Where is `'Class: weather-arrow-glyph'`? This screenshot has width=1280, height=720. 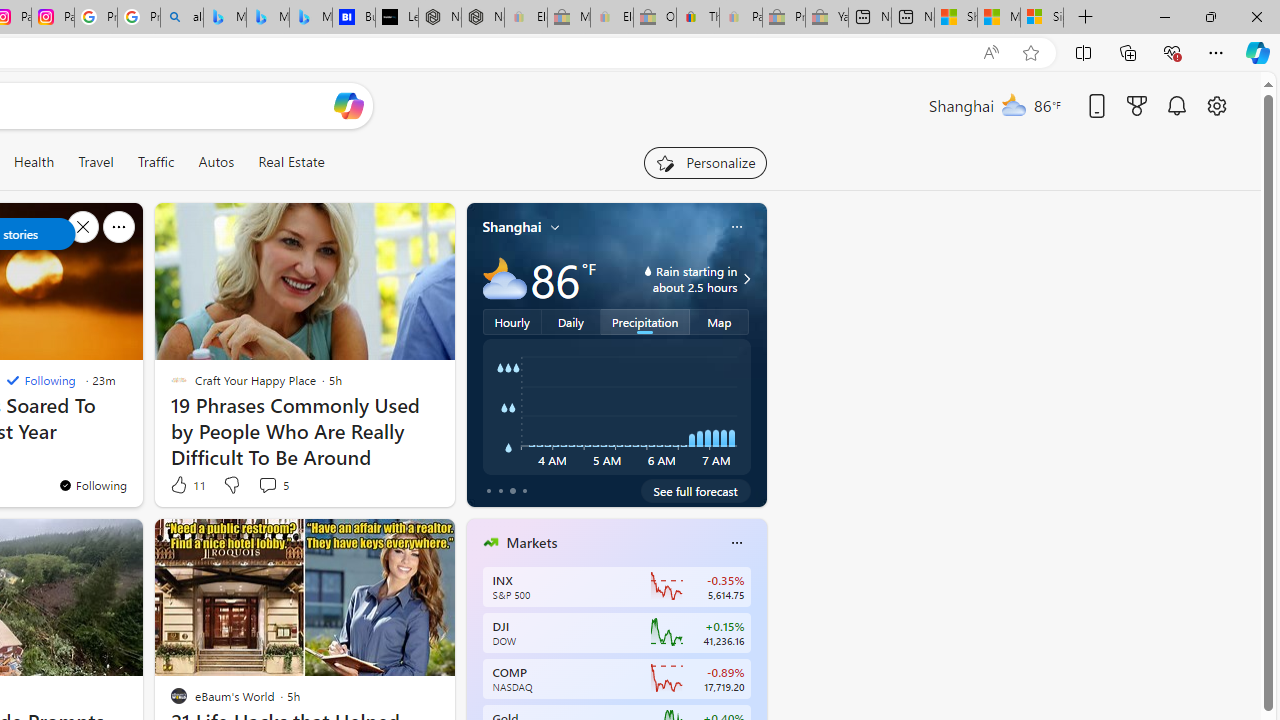 'Class: weather-arrow-glyph' is located at coordinates (745, 279).